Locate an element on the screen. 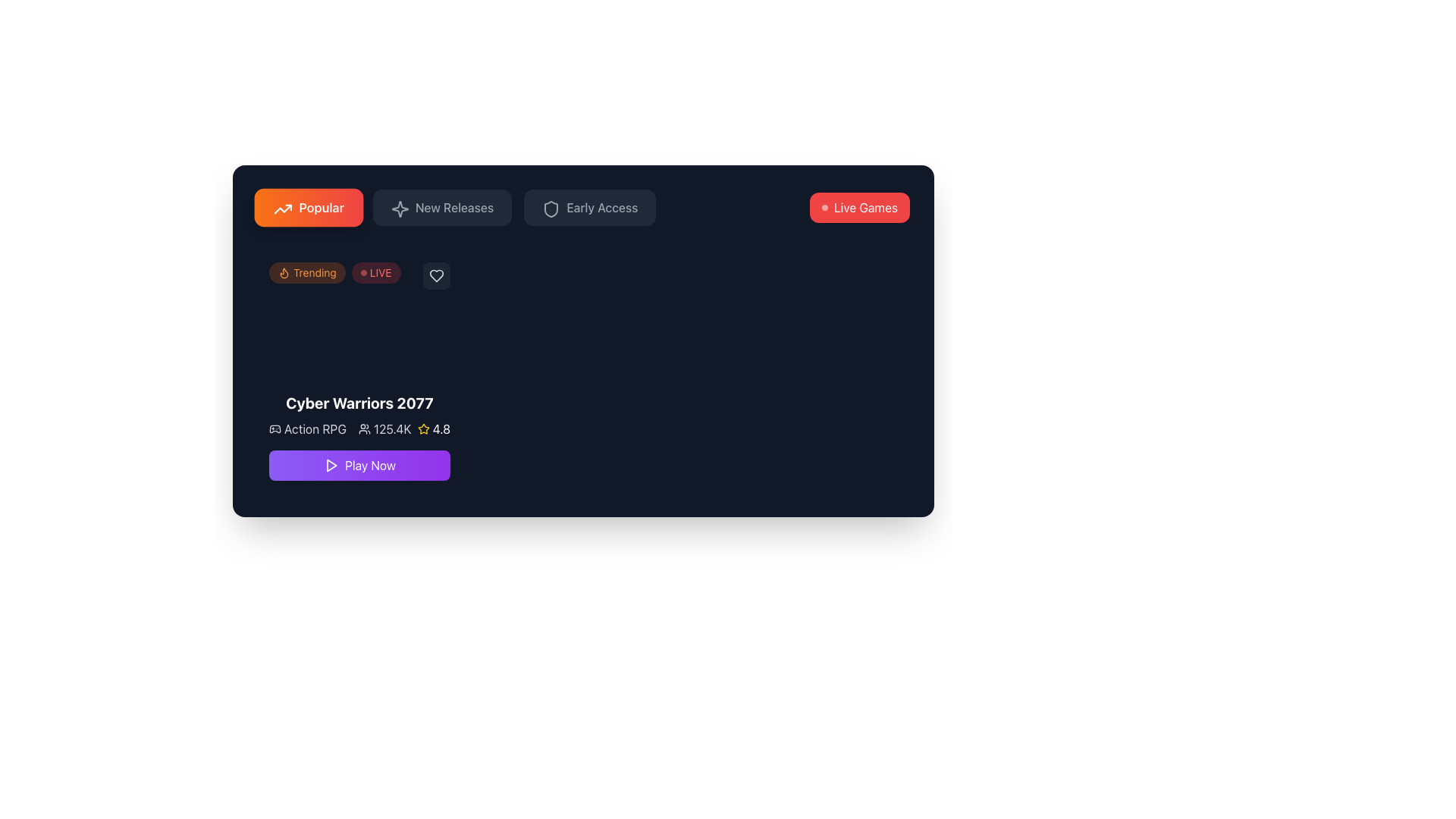 The image size is (1456, 819). the icon representing 'Early Access', which is the first element in its button group indicating security or exclusivity is located at coordinates (549, 207).